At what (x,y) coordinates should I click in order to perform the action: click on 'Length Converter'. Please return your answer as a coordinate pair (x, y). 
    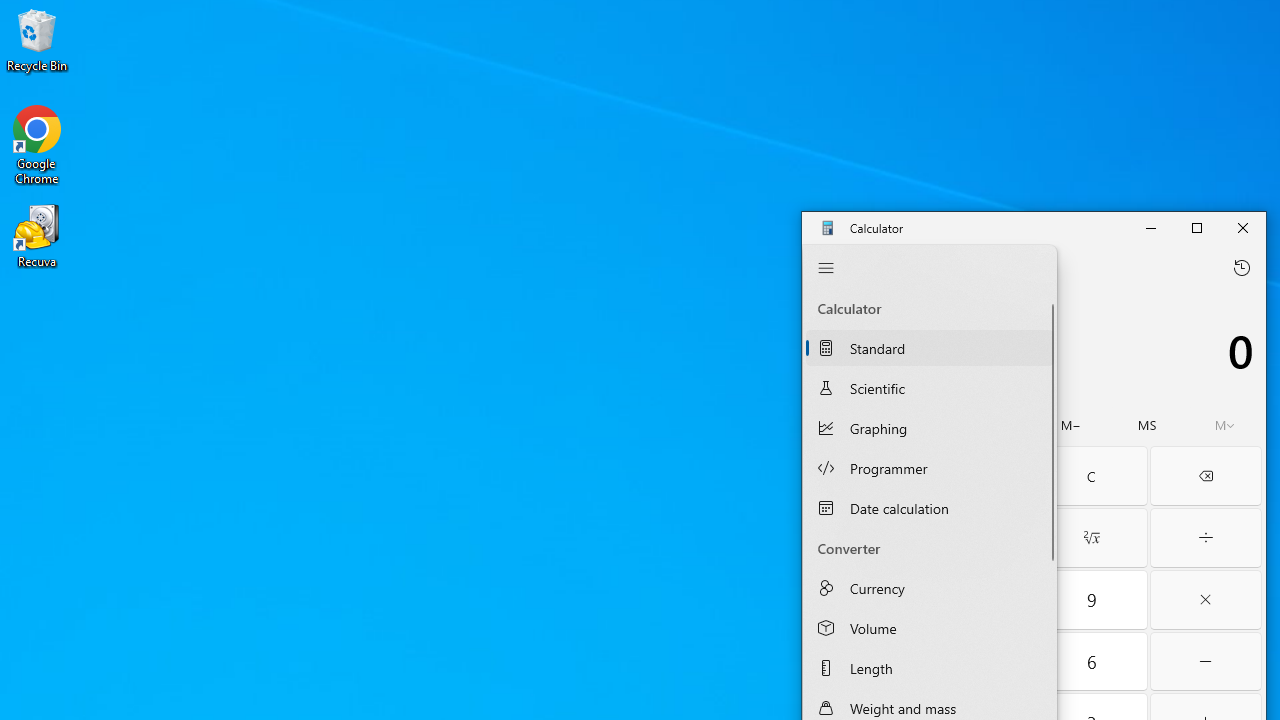
    Looking at the image, I should click on (928, 668).